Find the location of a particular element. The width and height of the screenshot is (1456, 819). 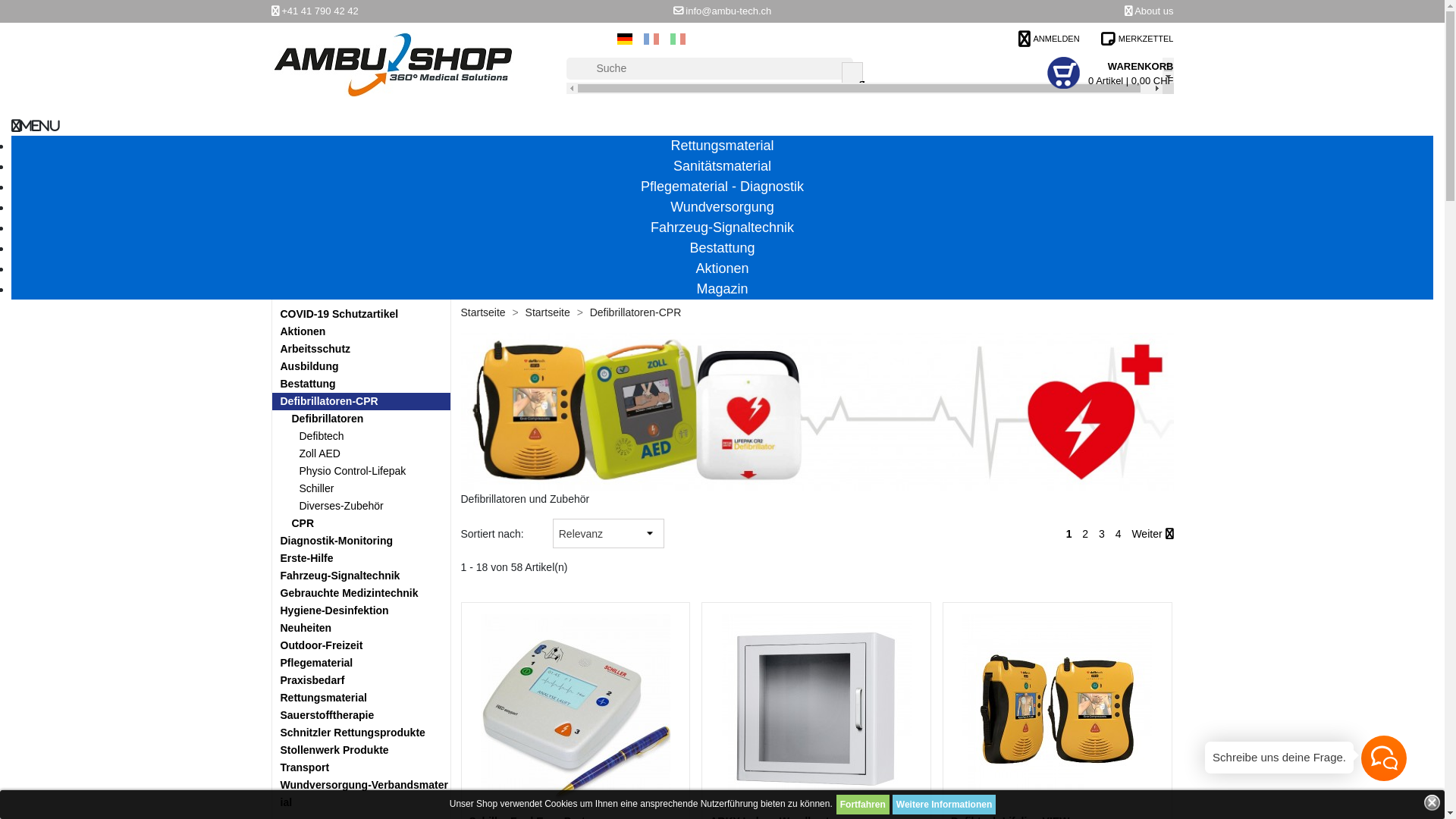

'Weitere Informationen' is located at coordinates (943, 803).